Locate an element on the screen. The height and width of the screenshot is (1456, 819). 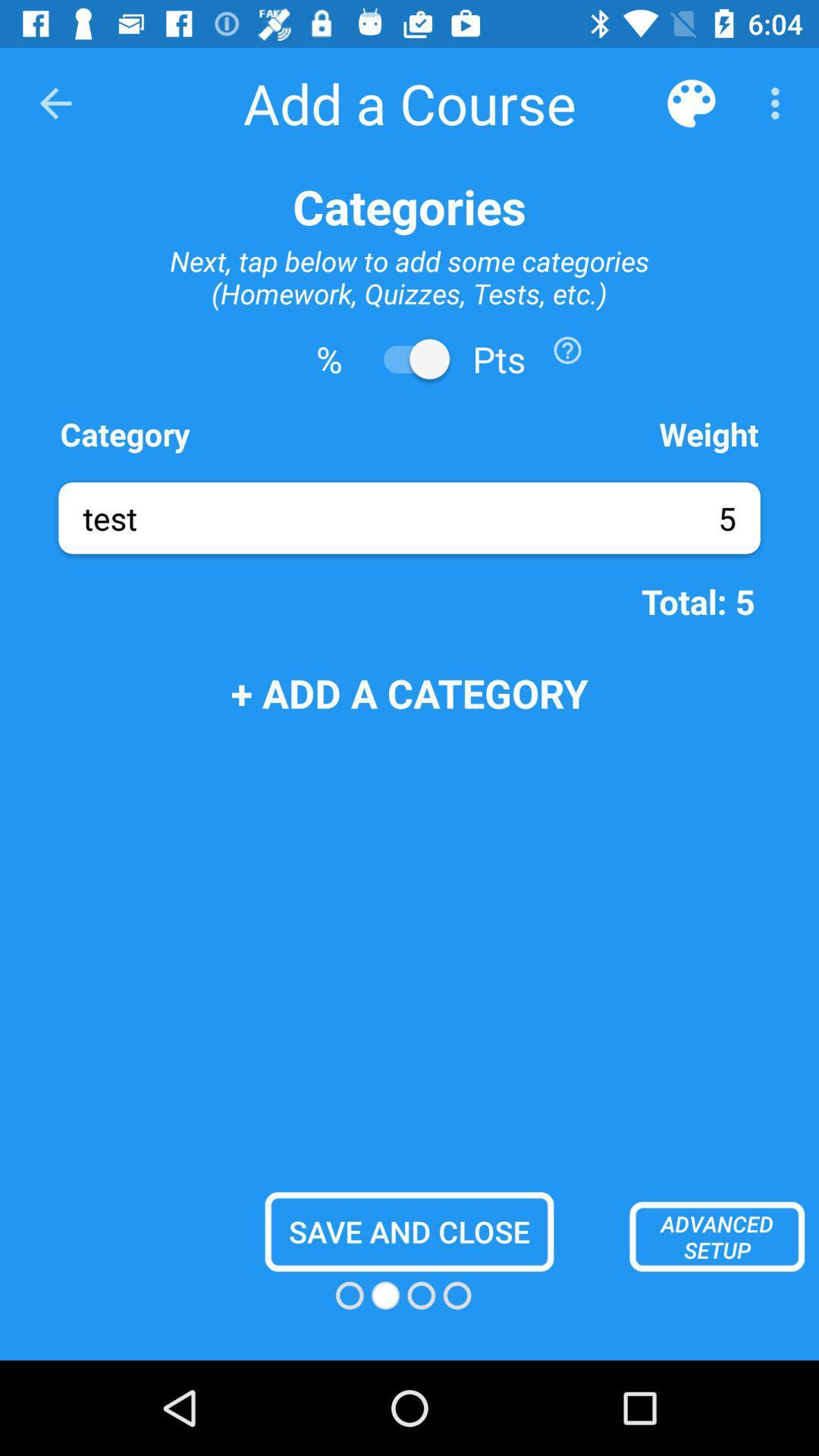
help is located at coordinates (567, 349).